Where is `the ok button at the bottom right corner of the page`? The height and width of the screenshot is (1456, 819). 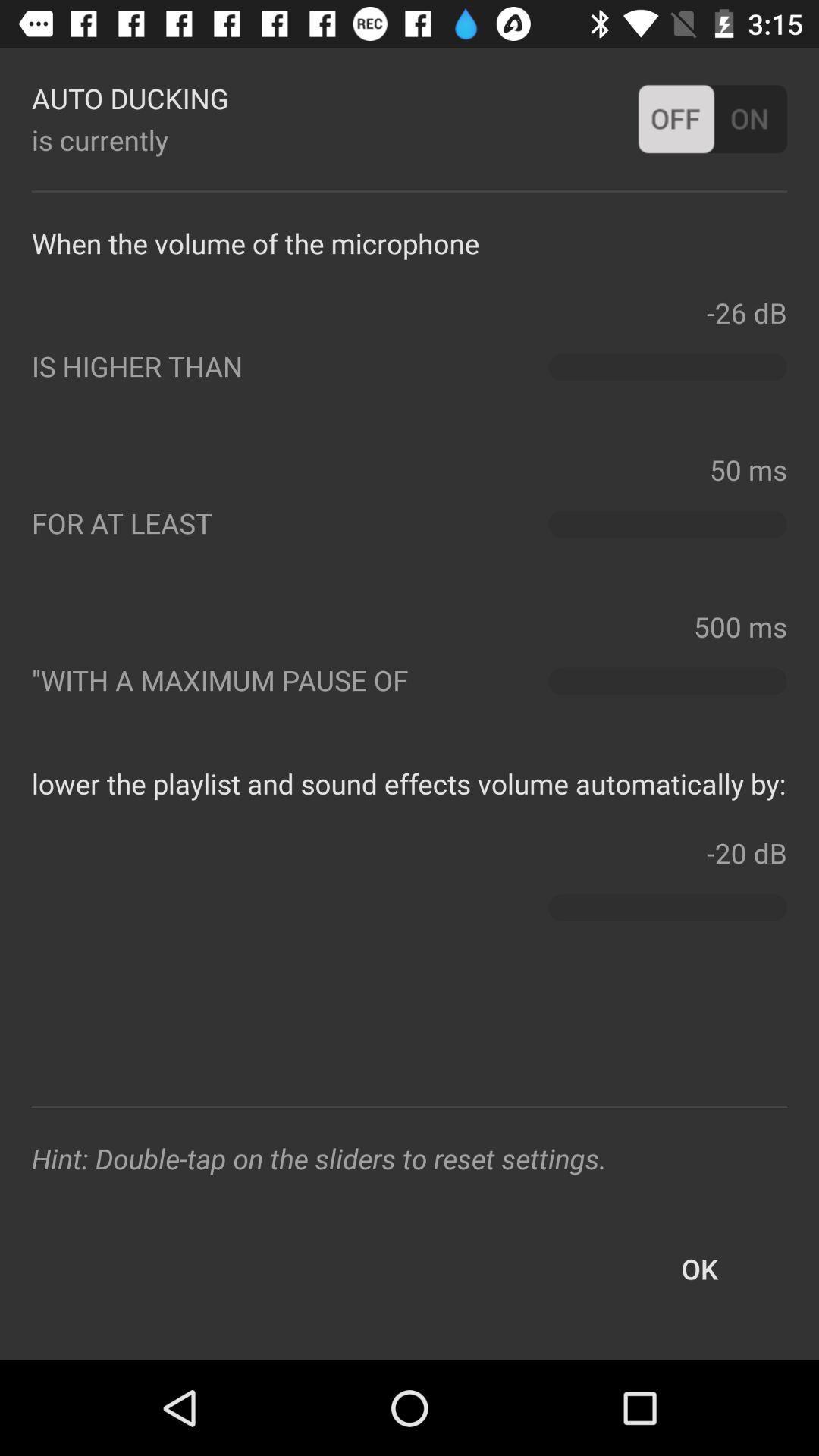
the ok button at the bottom right corner of the page is located at coordinates (699, 1269).